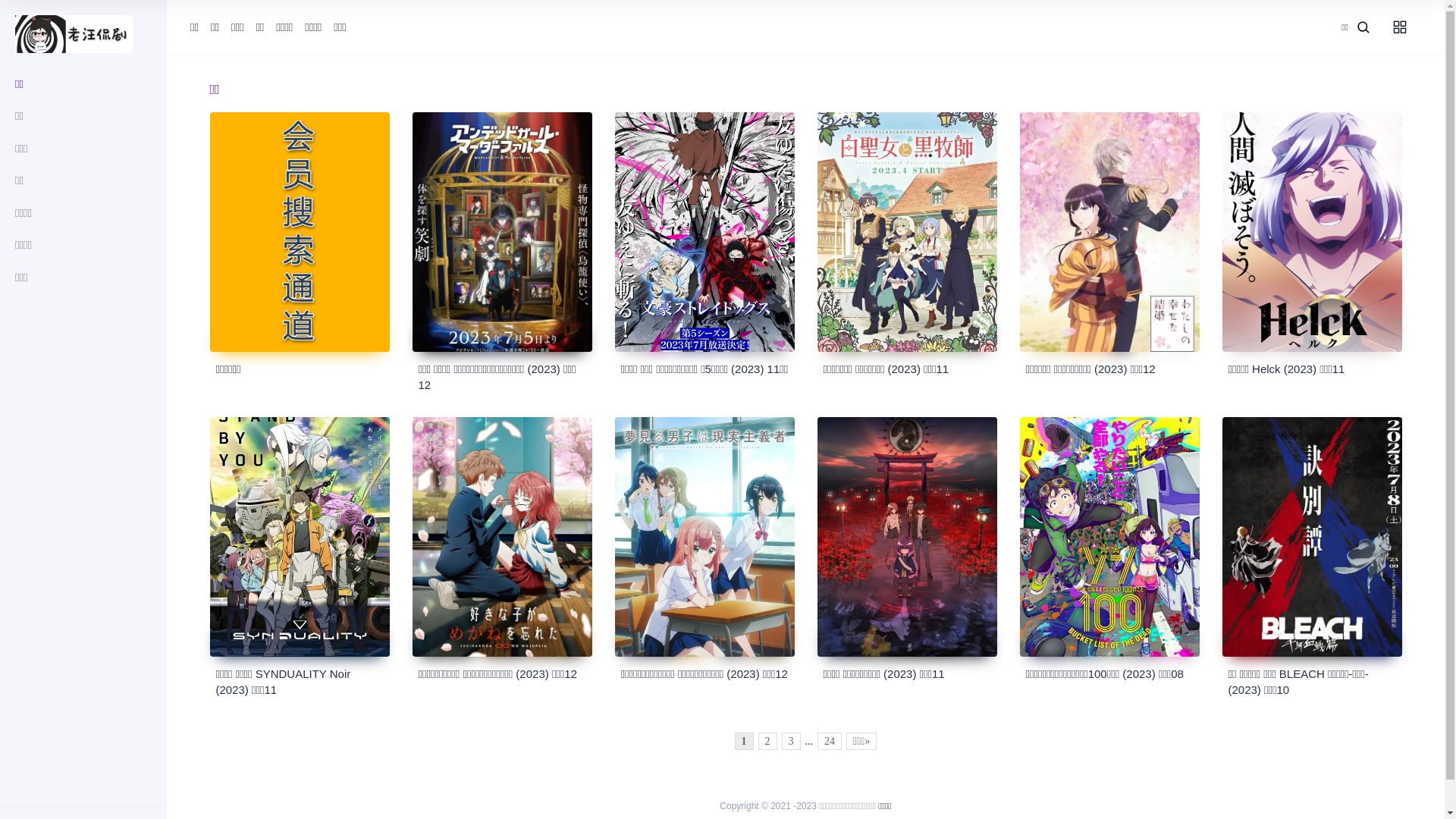  Describe the element at coordinates (817, 740) in the screenshot. I see `'24'` at that location.